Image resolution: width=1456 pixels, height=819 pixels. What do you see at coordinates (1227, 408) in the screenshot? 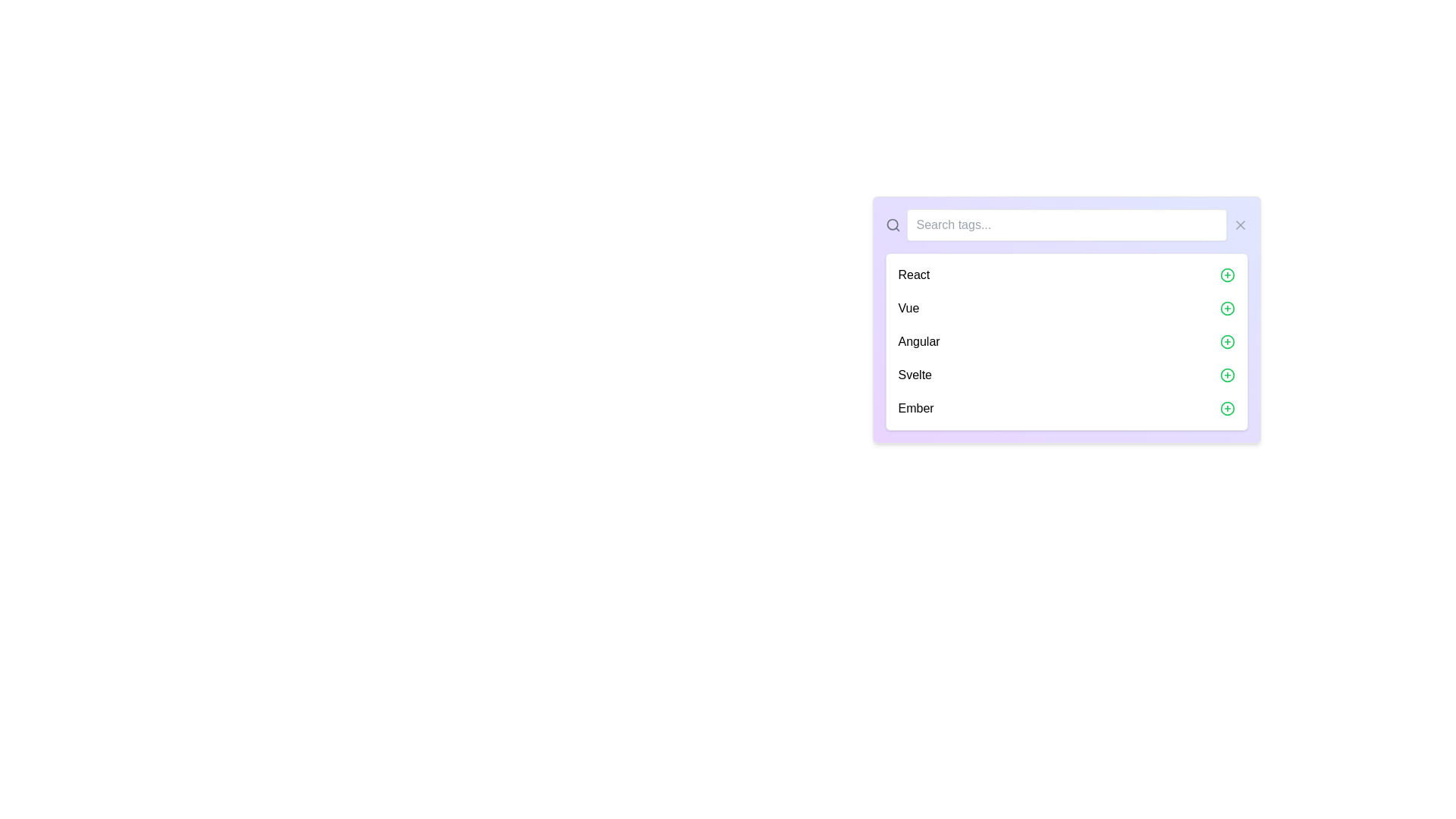
I see `the Icon button located at the far right of the row containing the 'Ember' label` at bounding box center [1227, 408].